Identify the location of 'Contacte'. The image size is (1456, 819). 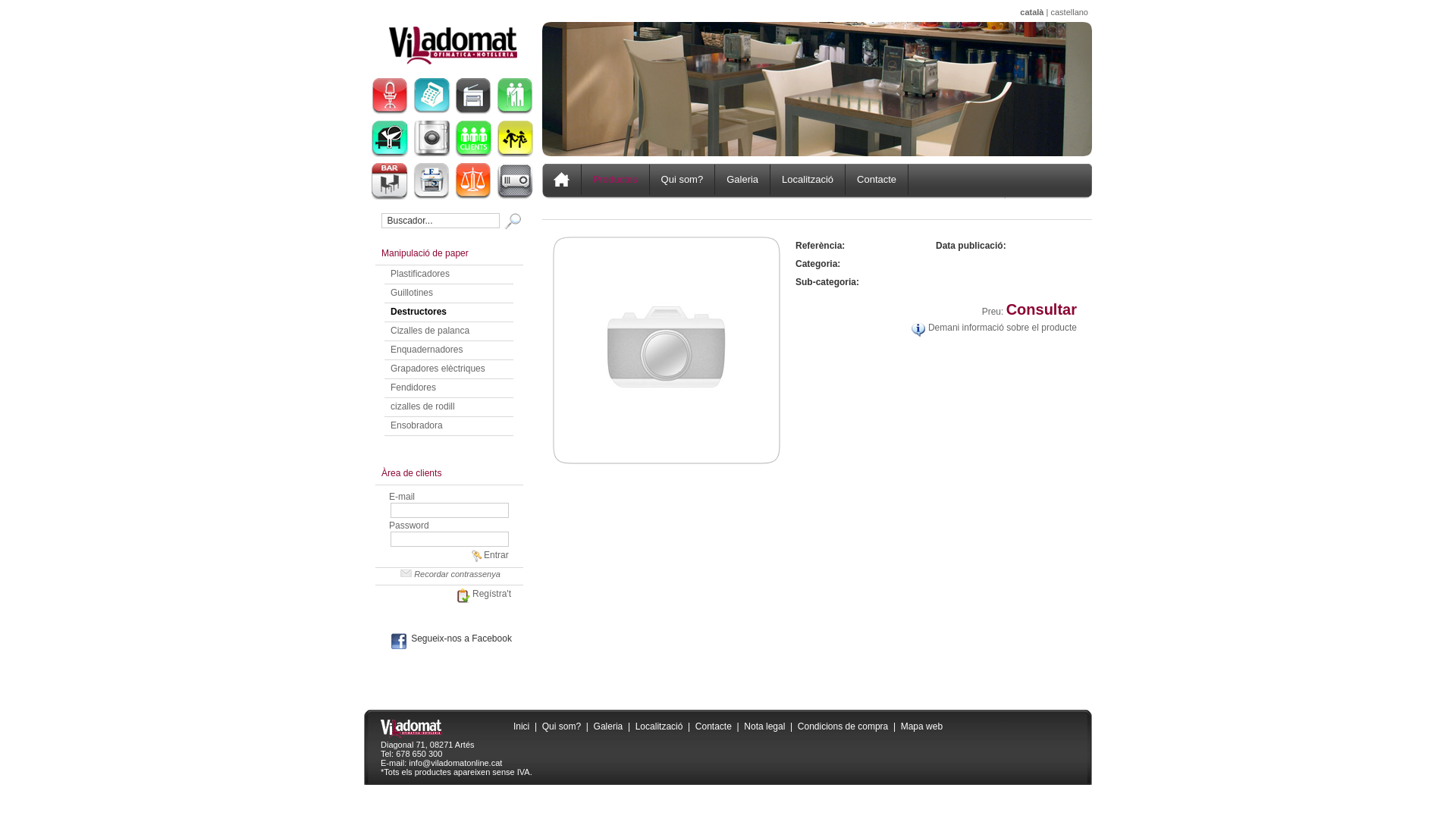
(712, 725).